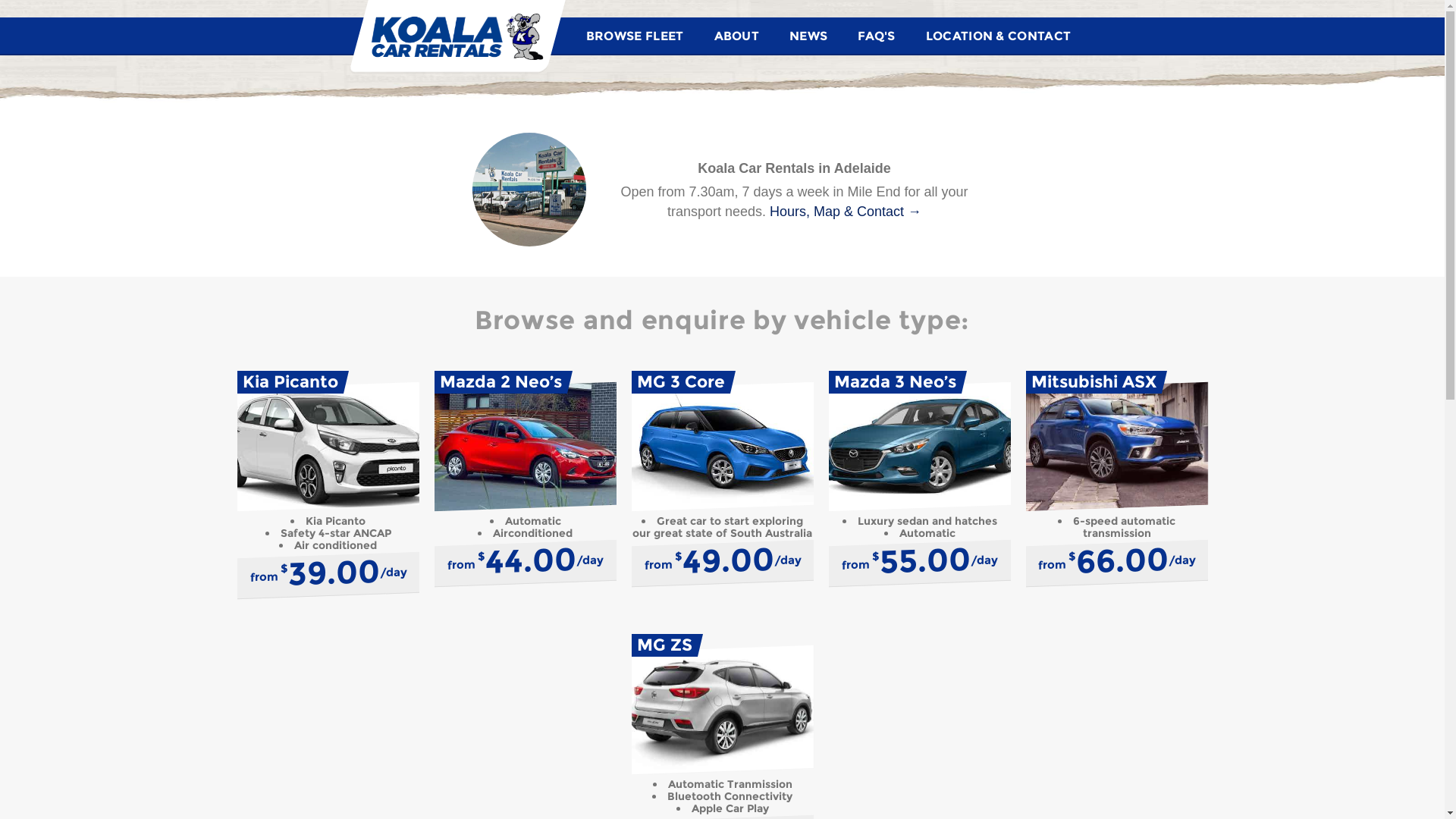 The width and height of the screenshot is (1456, 819). Describe the element at coordinates (877, 34) in the screenshot. I see `'FAQ'S'` at that location.